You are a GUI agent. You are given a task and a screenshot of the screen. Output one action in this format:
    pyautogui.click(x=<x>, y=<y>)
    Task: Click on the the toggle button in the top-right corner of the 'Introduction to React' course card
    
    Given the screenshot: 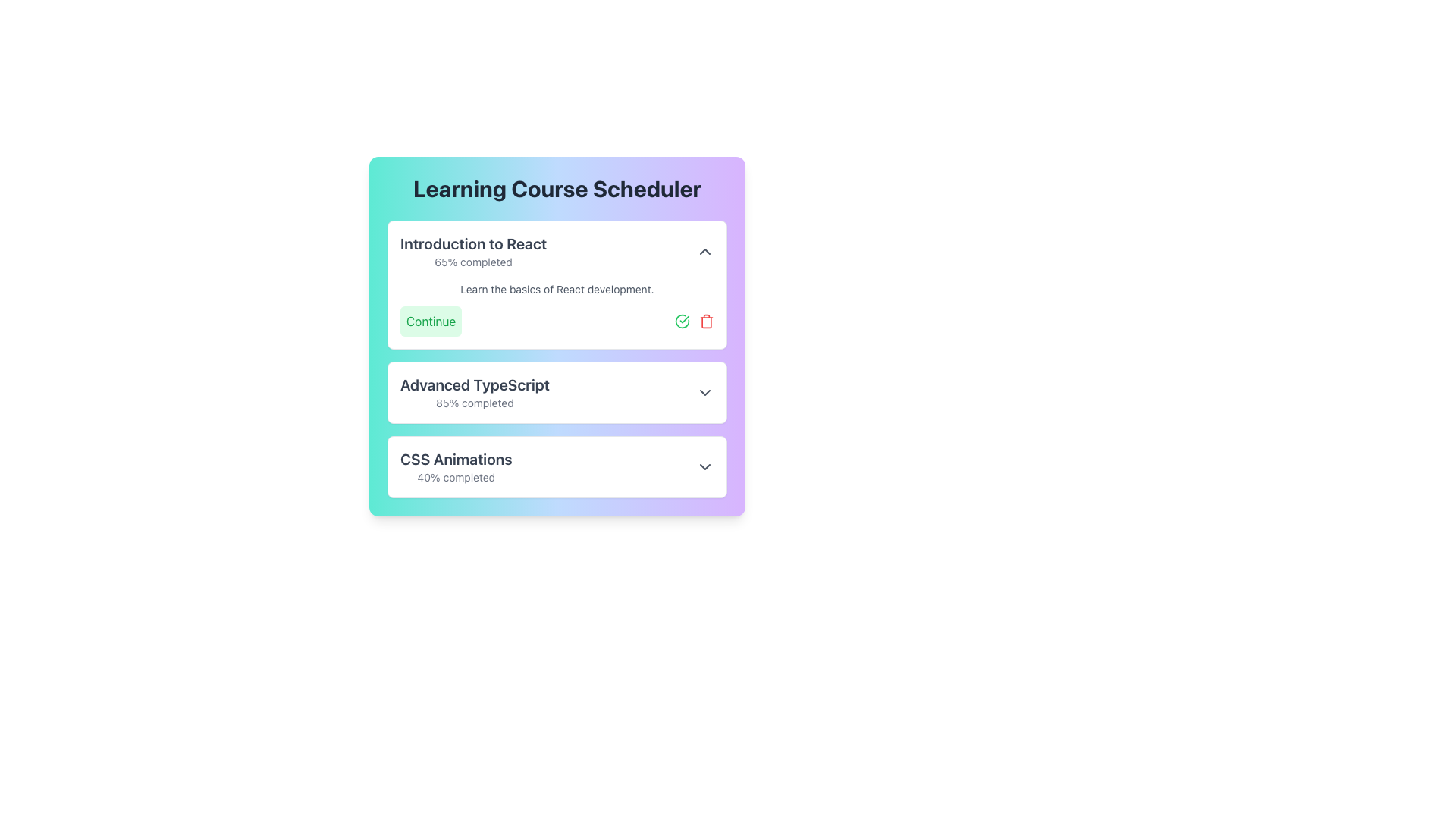 What is the action you would take?
    pyautogui.click(x=704, y=250)
    